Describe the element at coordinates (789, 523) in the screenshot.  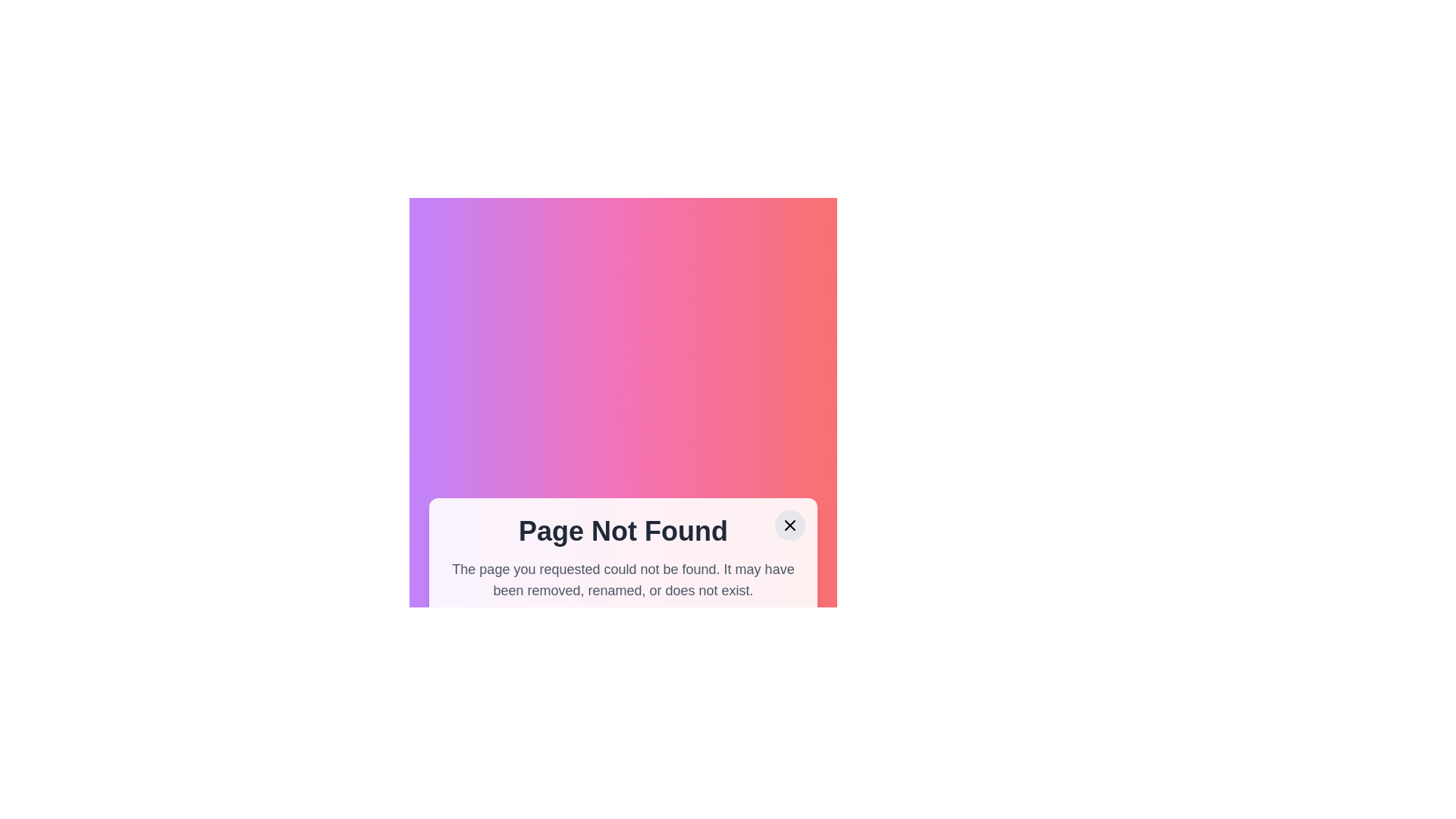
I see `the circular gray button with a black 'X' icon located at the top-right corner of the modal displaying 'Page Not Found'` at that location.